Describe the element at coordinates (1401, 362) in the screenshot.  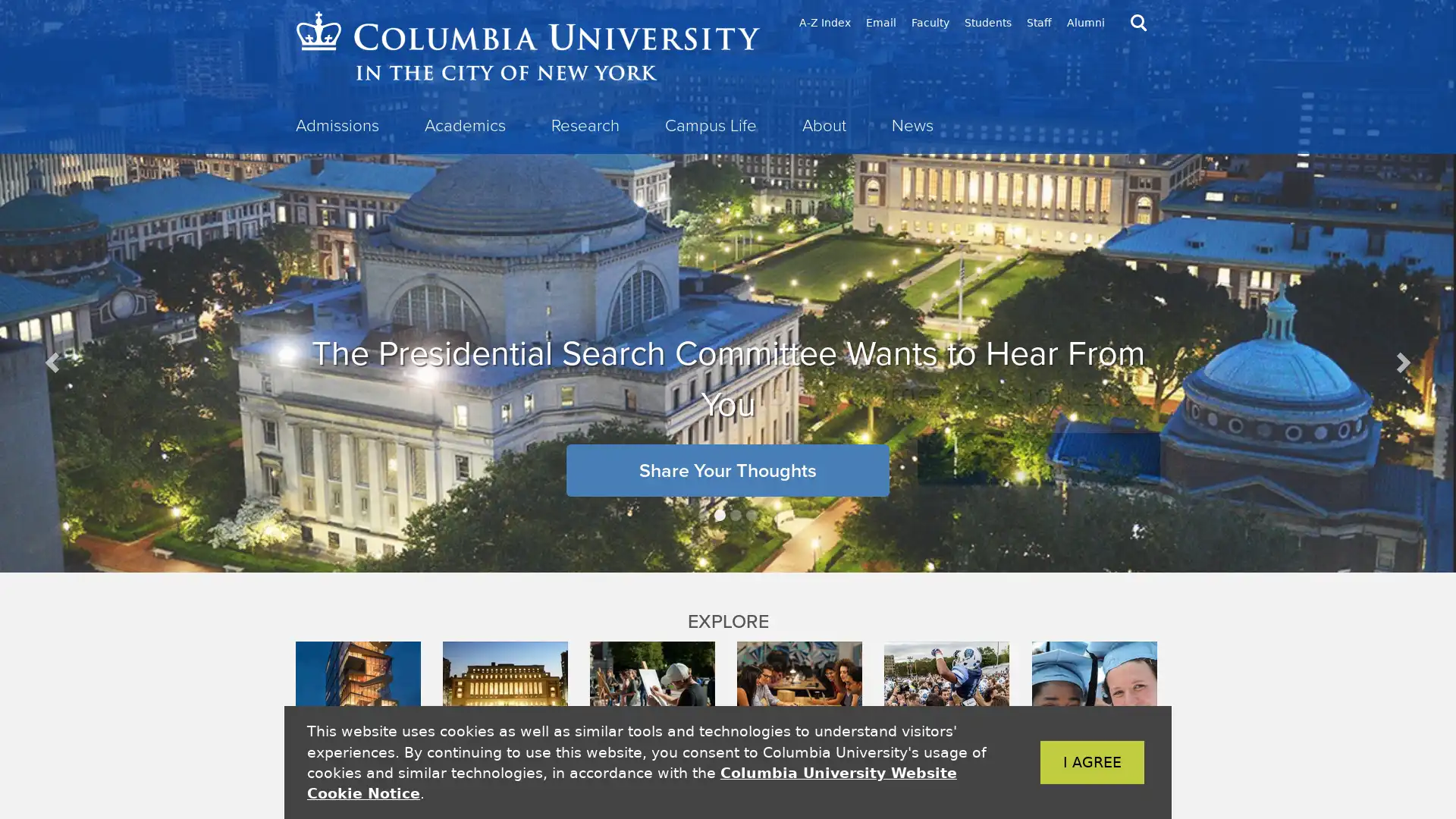
I see `Next` at that location.